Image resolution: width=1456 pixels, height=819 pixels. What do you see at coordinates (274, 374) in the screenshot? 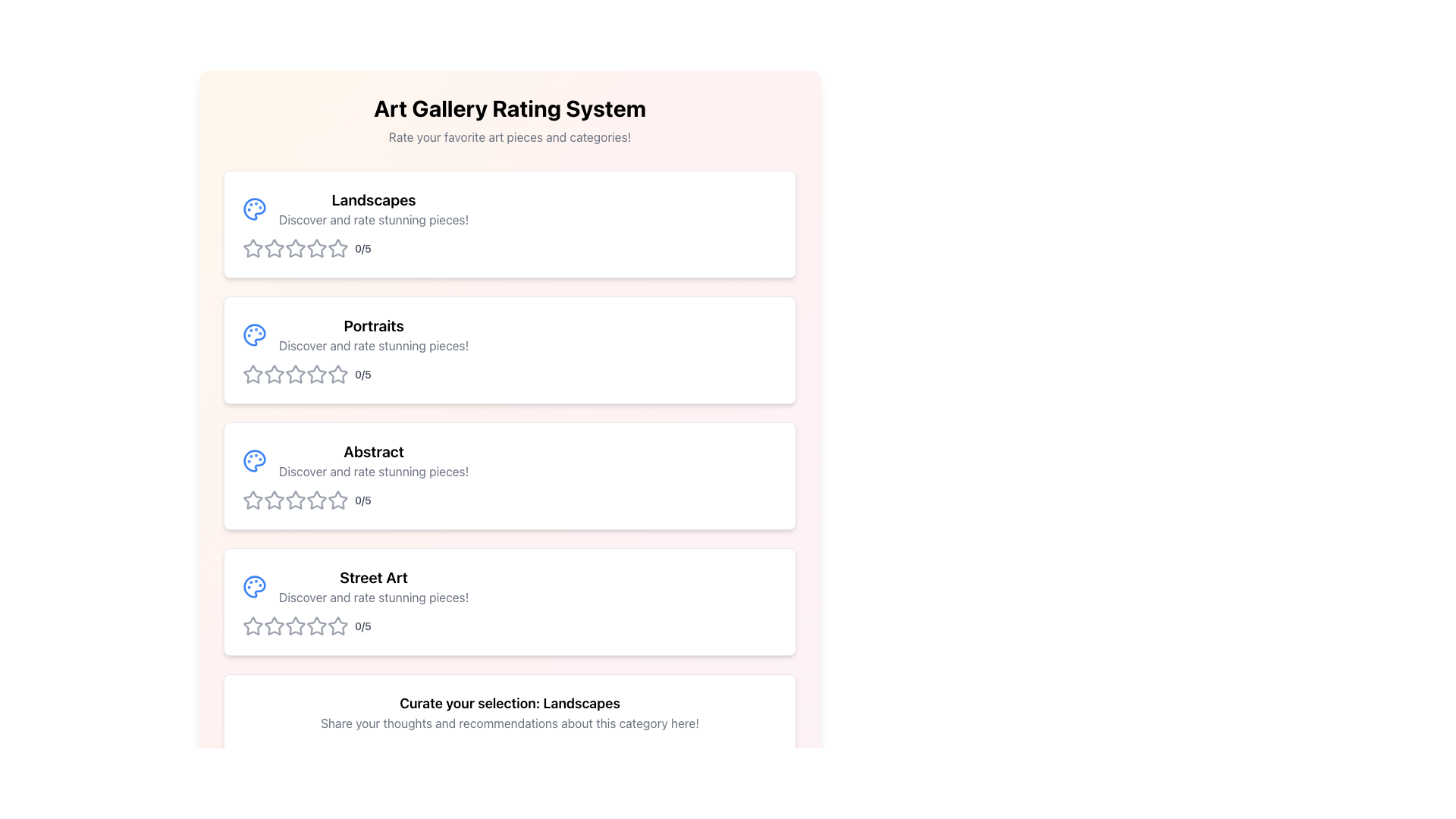
I see `the first star in the rating section of the 'Portraits' category` at bounding box center [274, 374].